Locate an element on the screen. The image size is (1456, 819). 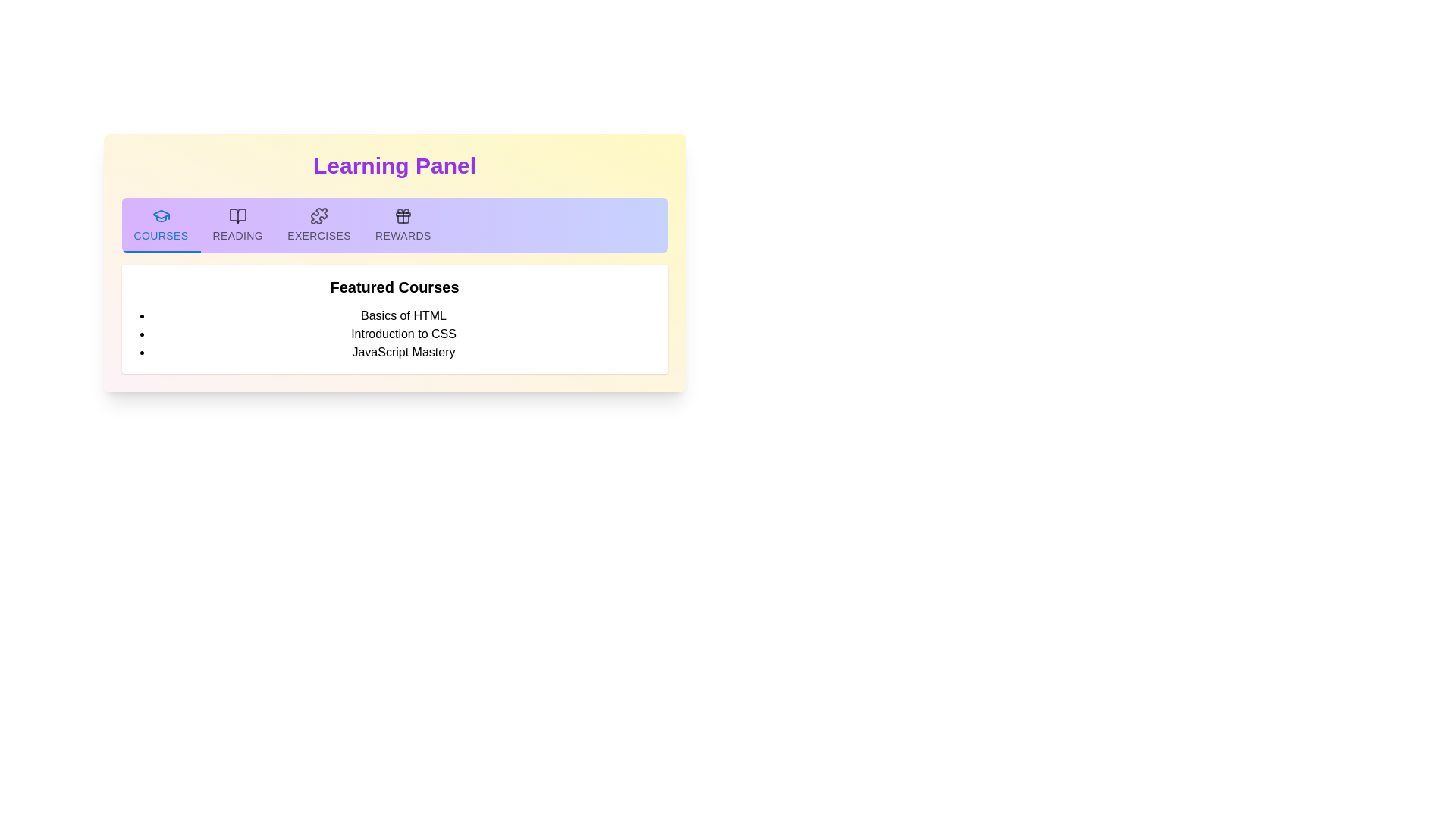
the Header text element displaying 'Learning Panel', which is centrally positioned in a bold purple font at the top of the section is located at coordinates (394, 166).